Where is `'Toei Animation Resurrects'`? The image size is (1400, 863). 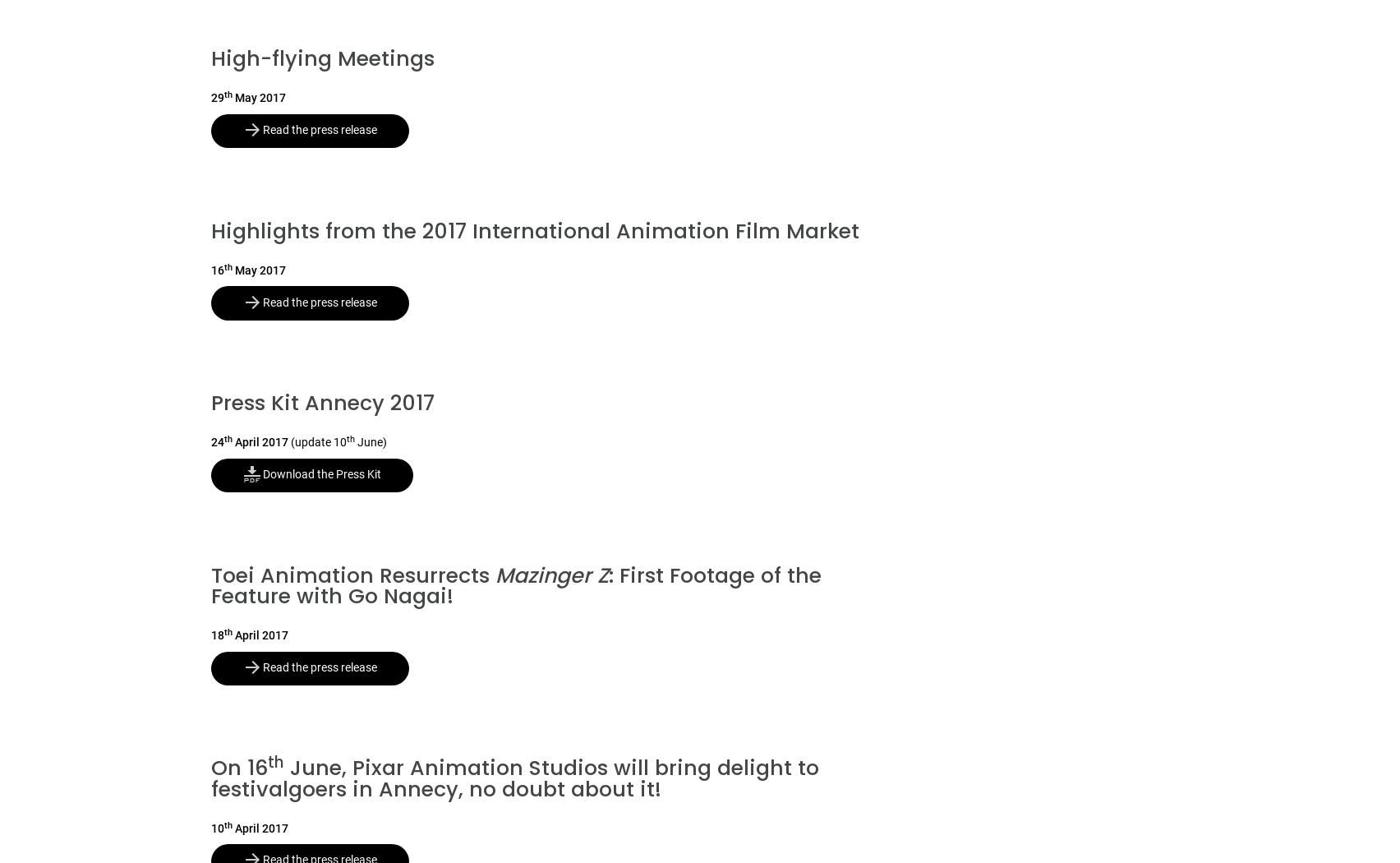 'Toei Animation Resurrects' is located at coordinates (352, 575).